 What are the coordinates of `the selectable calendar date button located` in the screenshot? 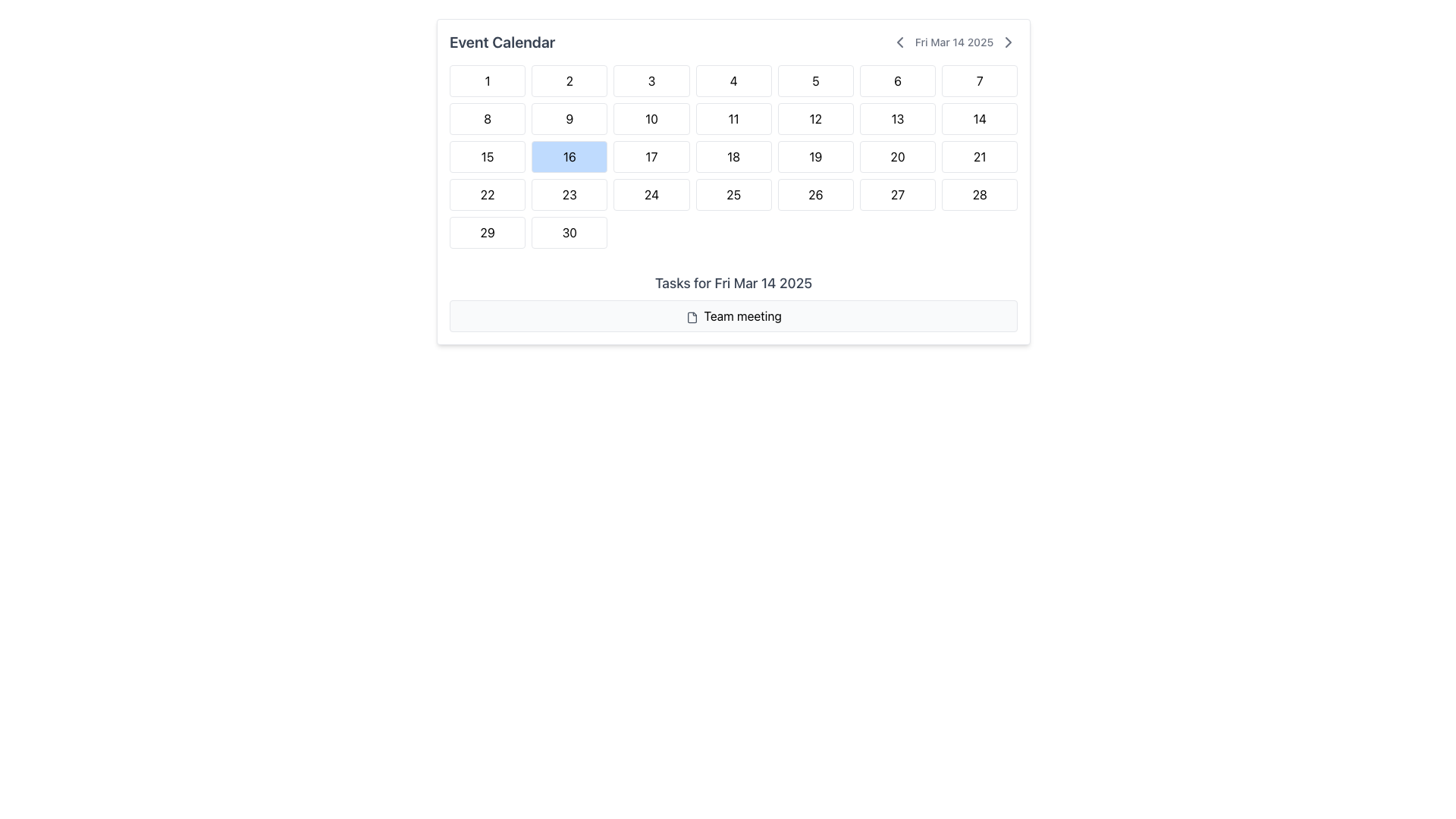 It's located at (733, 194).